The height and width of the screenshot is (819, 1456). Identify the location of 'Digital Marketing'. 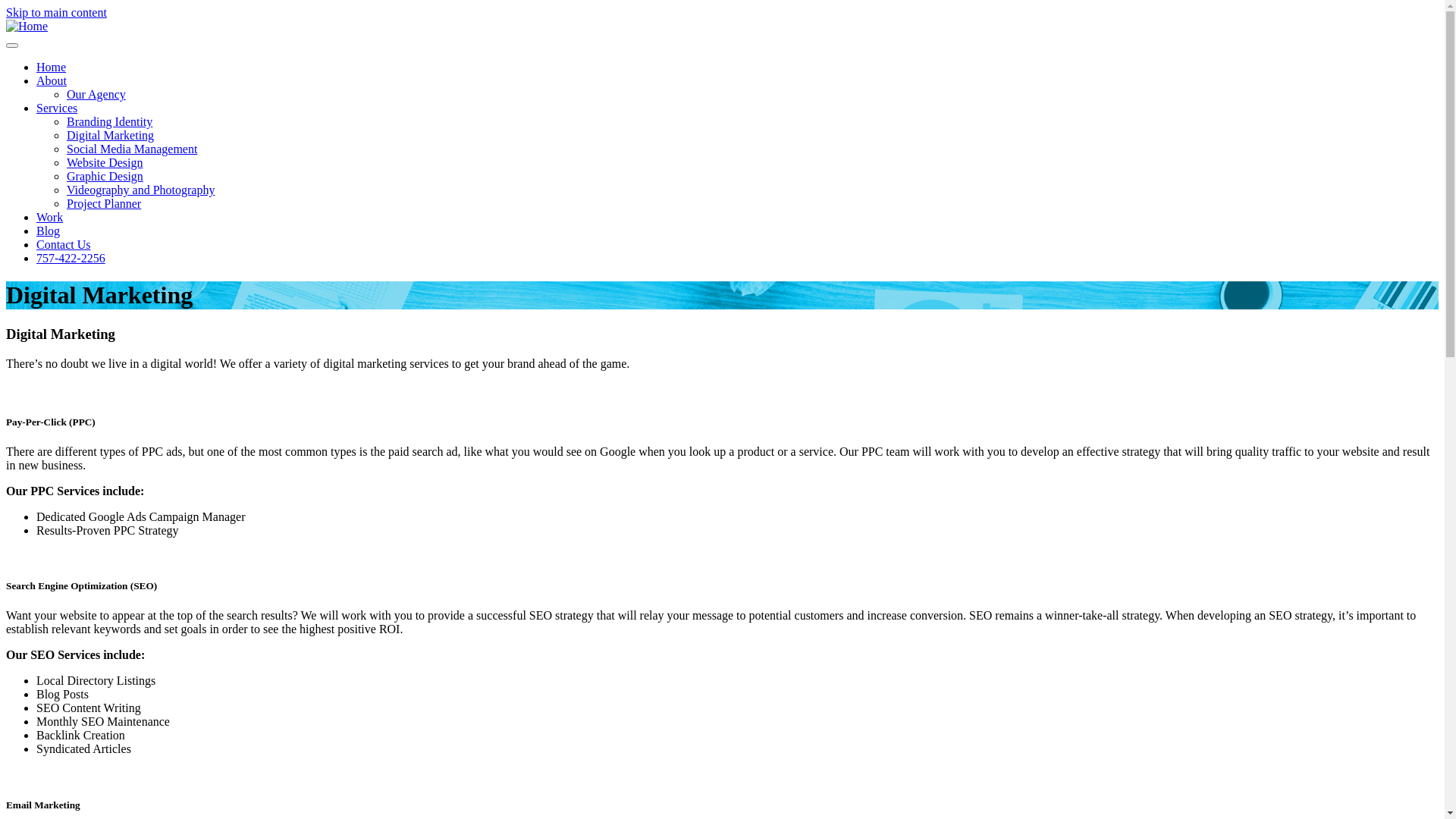
(65, 134).